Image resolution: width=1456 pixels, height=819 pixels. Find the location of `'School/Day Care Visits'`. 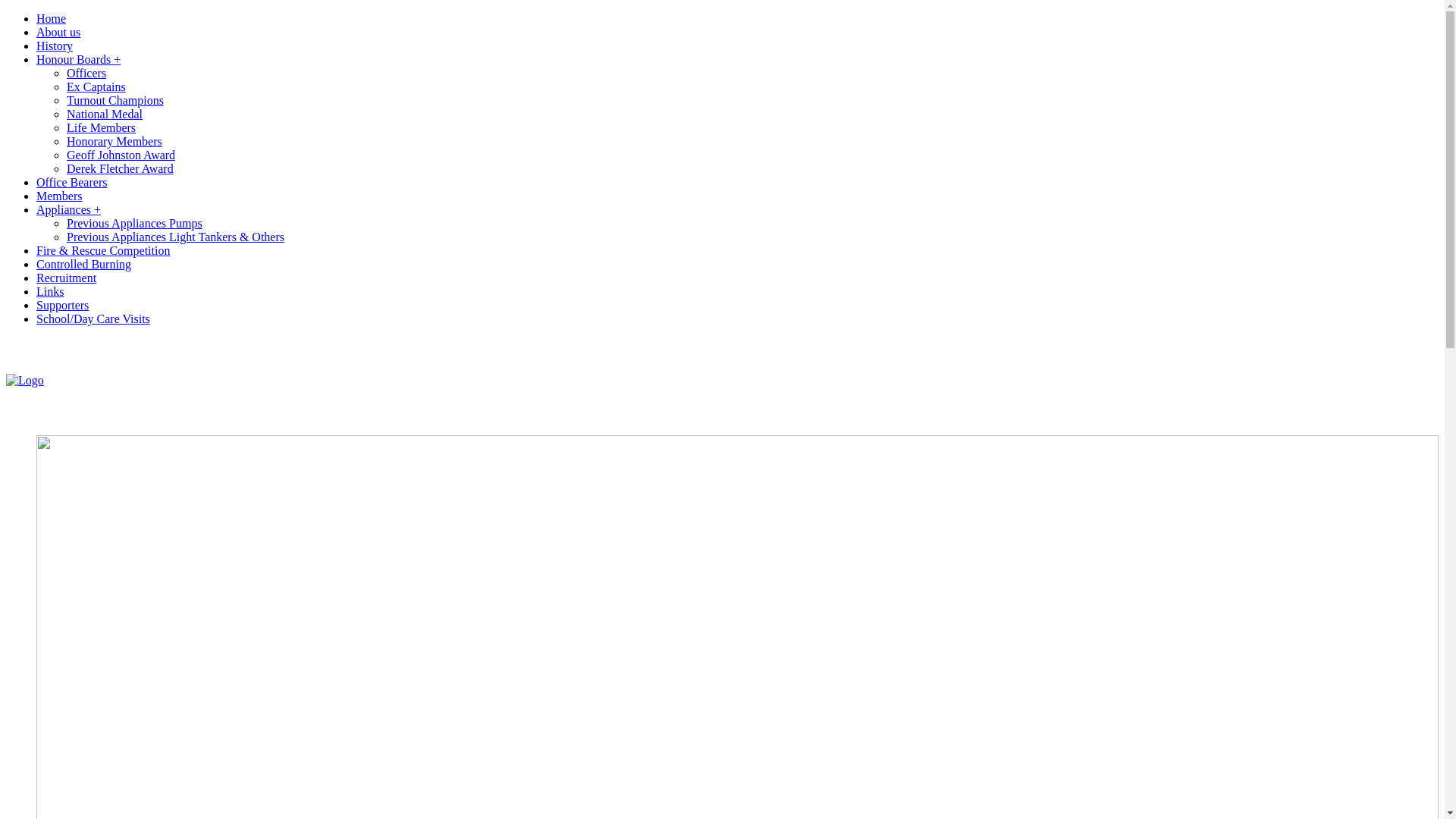

'School/Day Care Visits' is located at coordinates (36, 318).